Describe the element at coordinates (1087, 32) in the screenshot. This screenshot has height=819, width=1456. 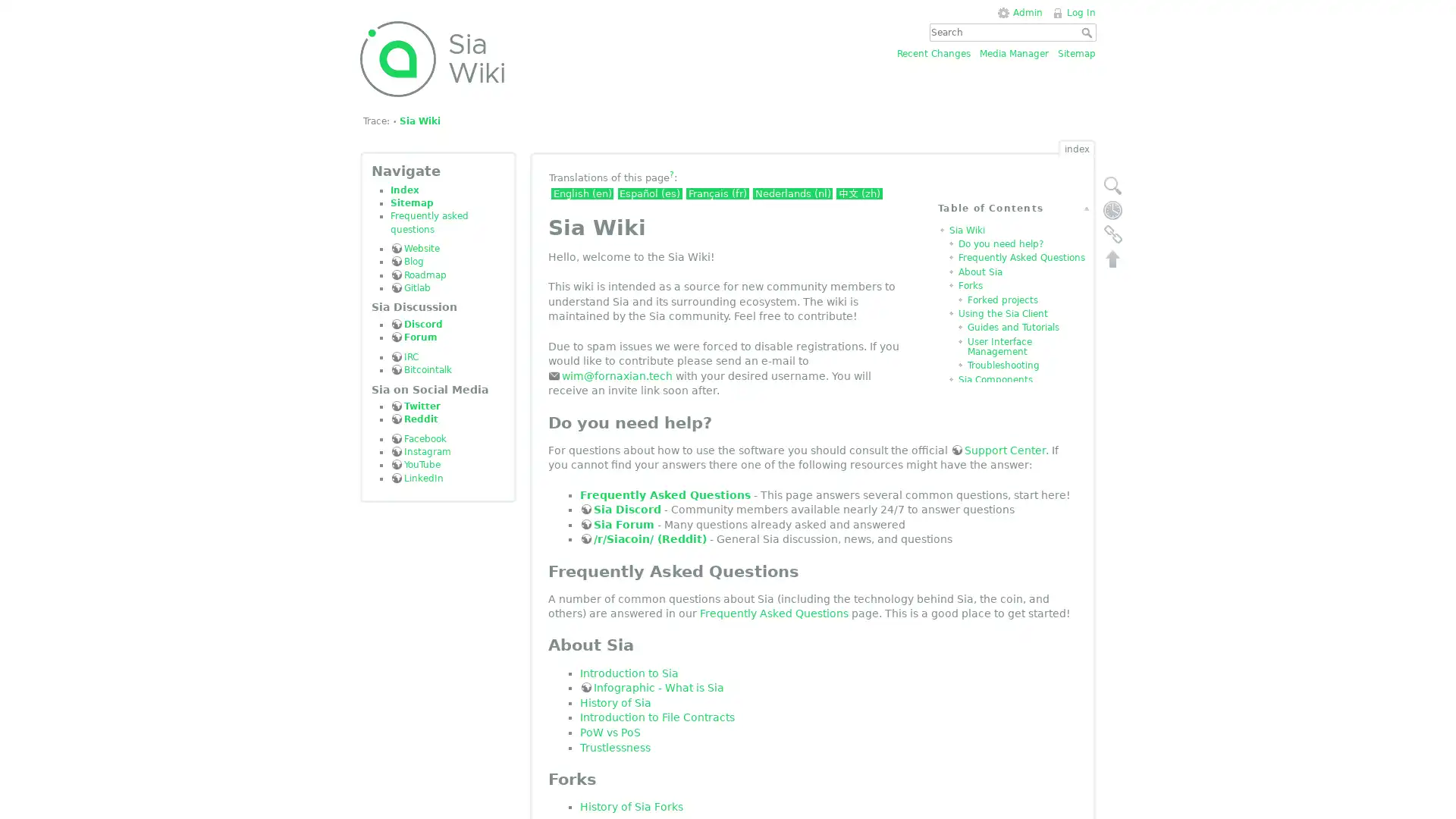
I see `Search` at that location.